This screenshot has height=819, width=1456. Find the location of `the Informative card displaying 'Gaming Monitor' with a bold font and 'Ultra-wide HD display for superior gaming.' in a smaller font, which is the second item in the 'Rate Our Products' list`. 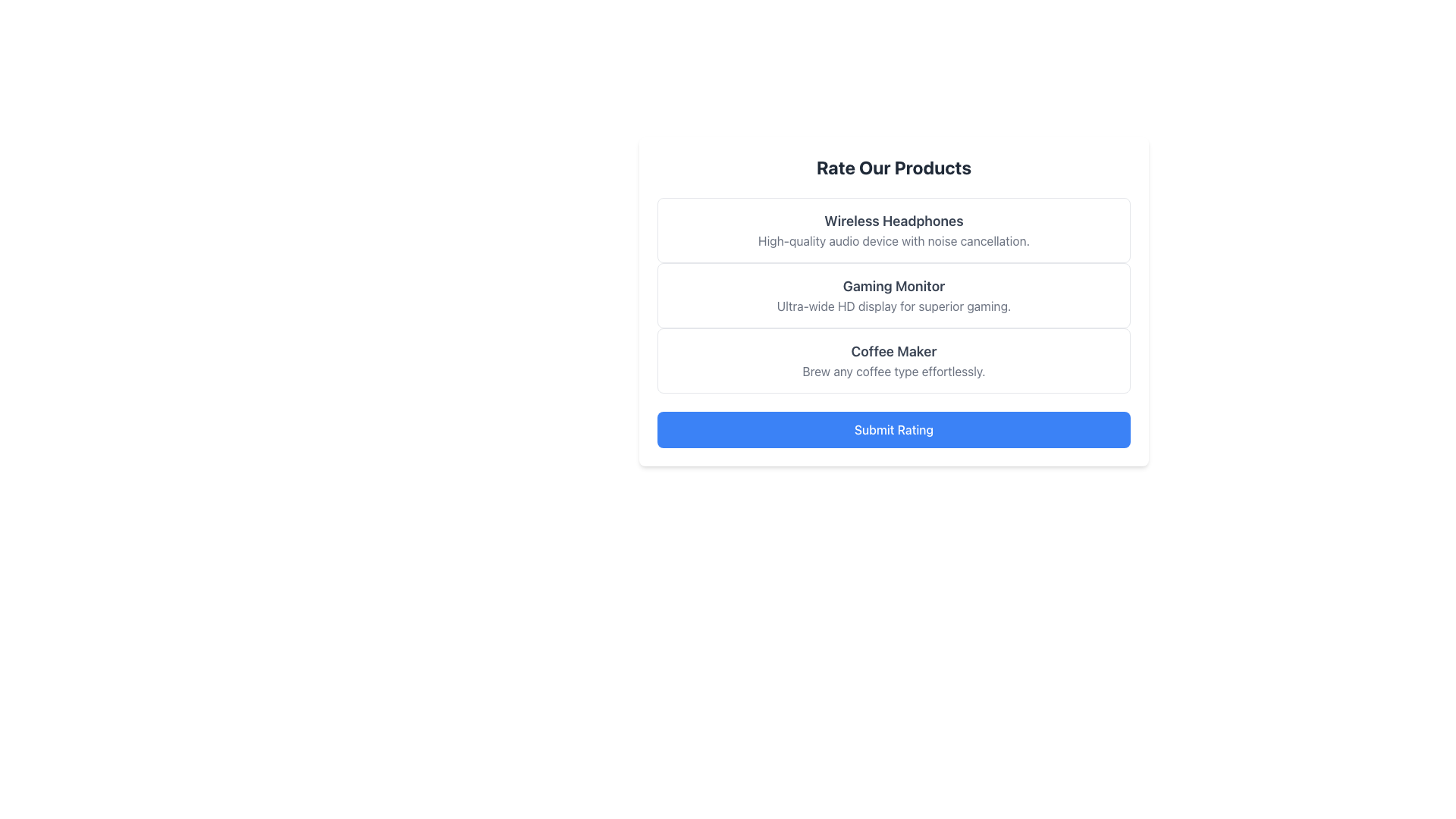

the Informative card displaying 'Gaming Monitor' with a bold font and 'Ultra-wide HD display for superior gaming.' in a smaller font, which is the second item in the 'Rate Our Products' list is located at coordinates (894, 295).